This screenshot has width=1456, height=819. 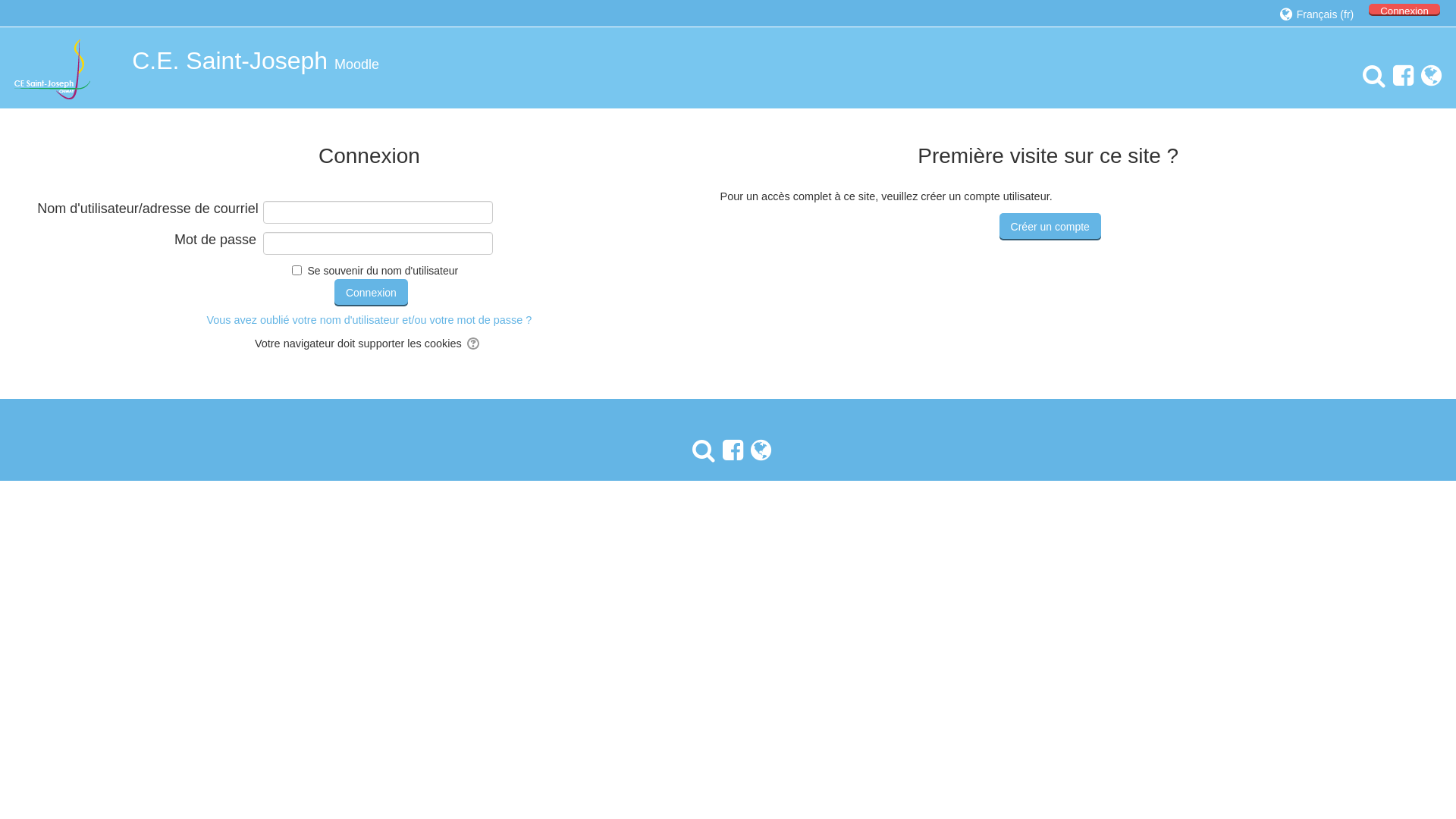 What do you see at coordinates (698, 450) in the screenshot?
I see `'Recherche'` at bounding box center [698, 450].